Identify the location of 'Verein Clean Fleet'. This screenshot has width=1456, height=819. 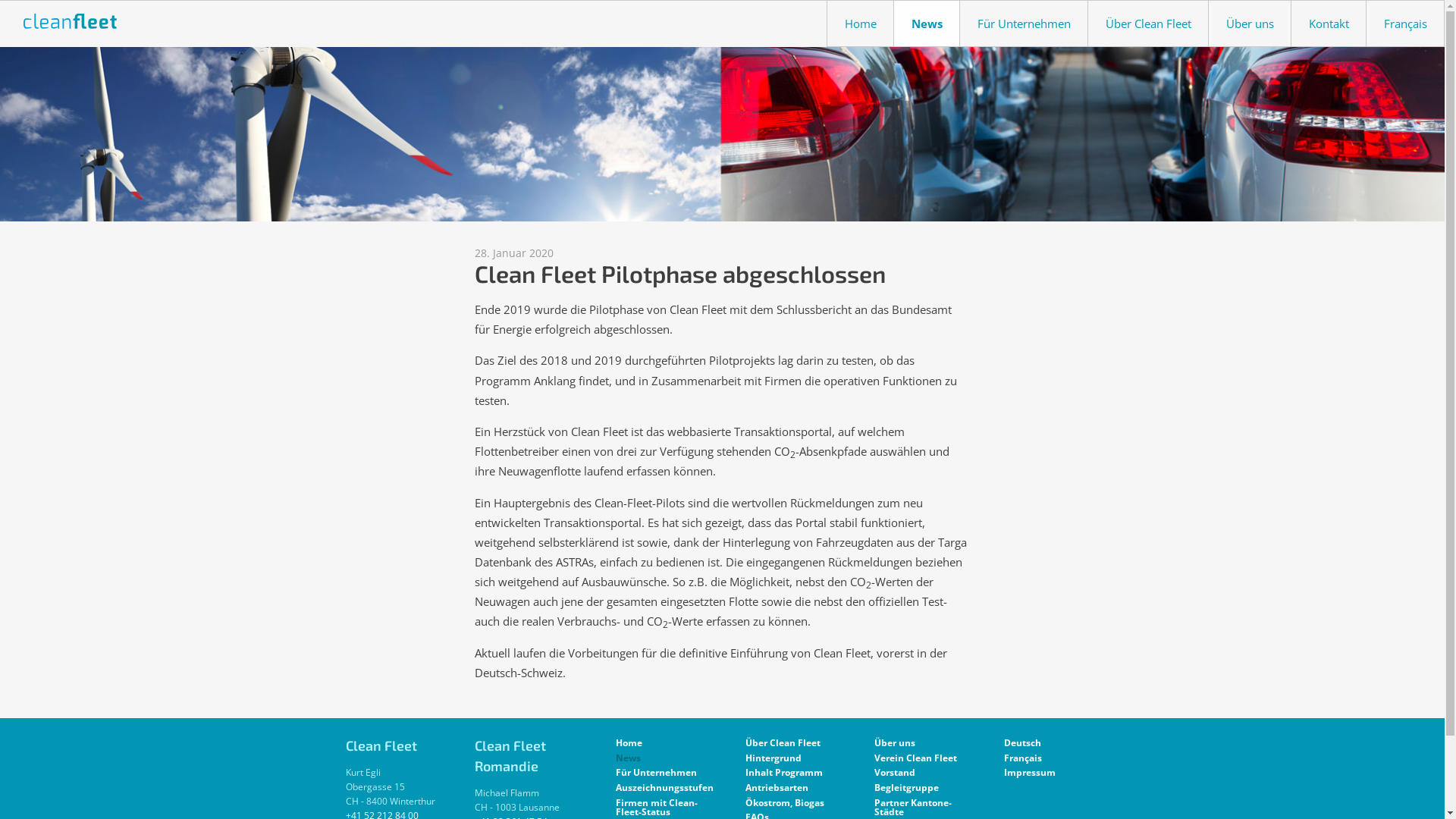
(862, 758).